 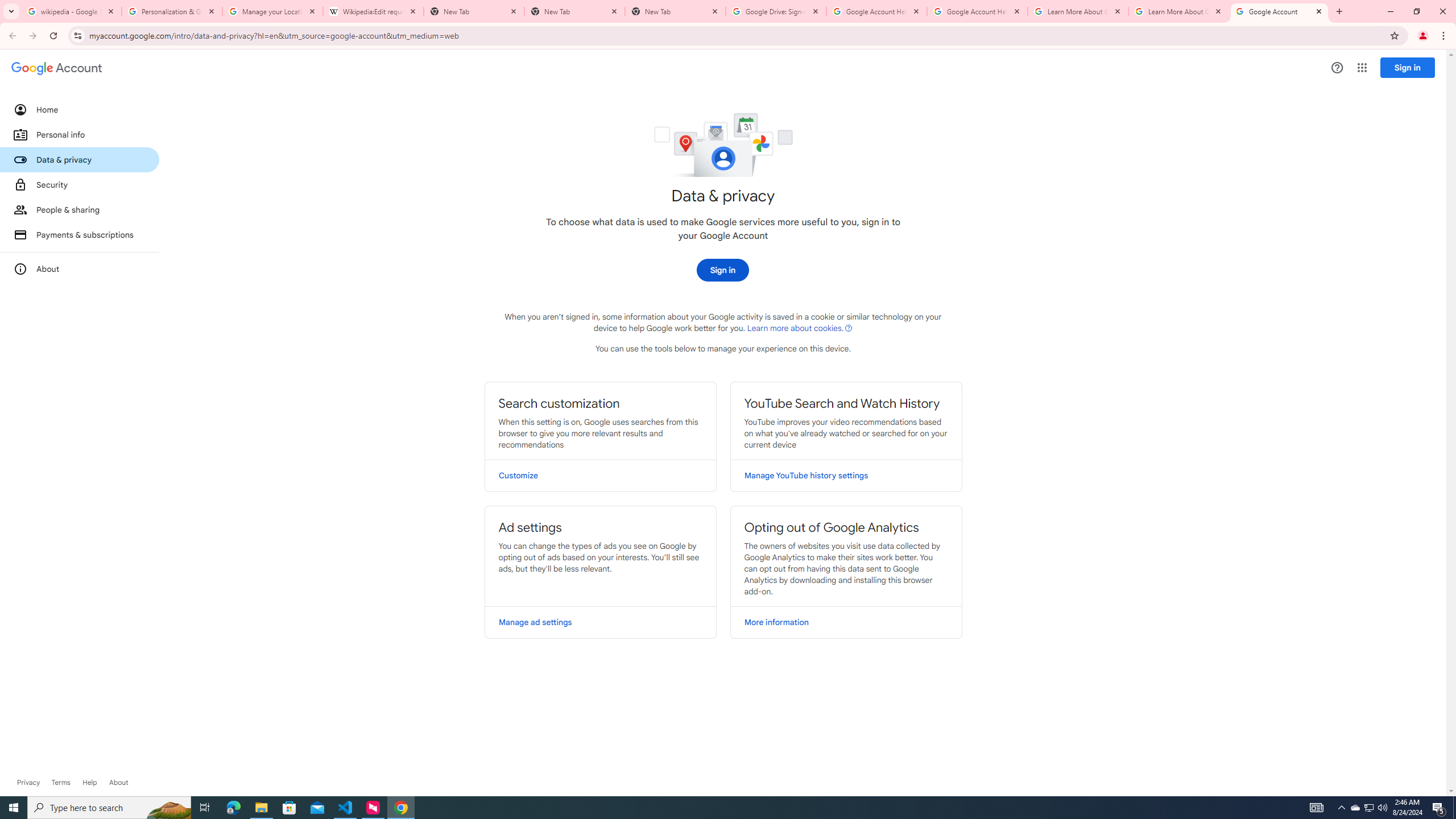 I want to click on 'More information about the Google Account', so click(x=78, y=268).